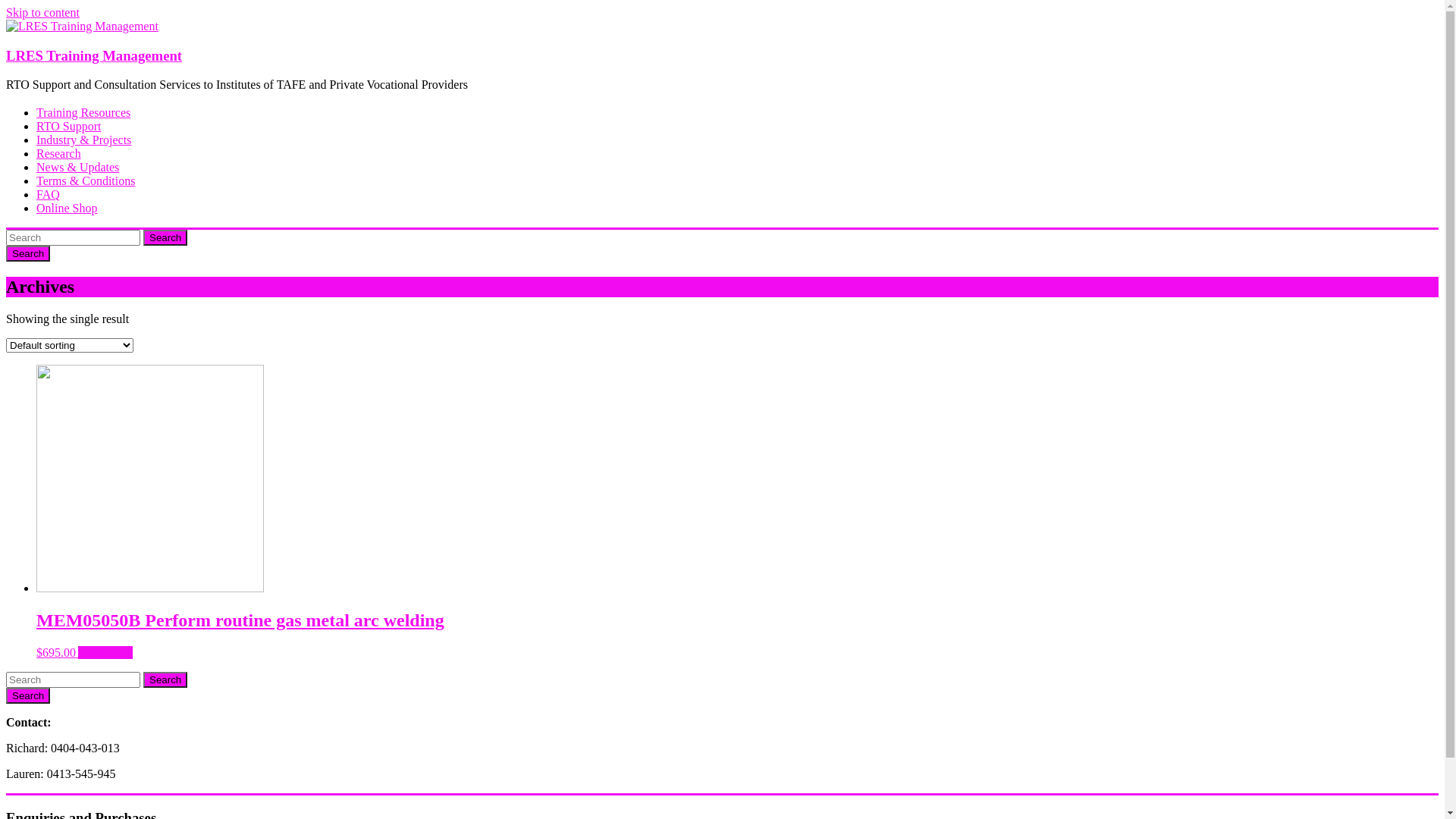 The width and height of the screenshot is (1456, 819). What do you see at coordinates (48, 193) in the screenshot?
I see `'FAQ'` at bounding box center [48, 193].